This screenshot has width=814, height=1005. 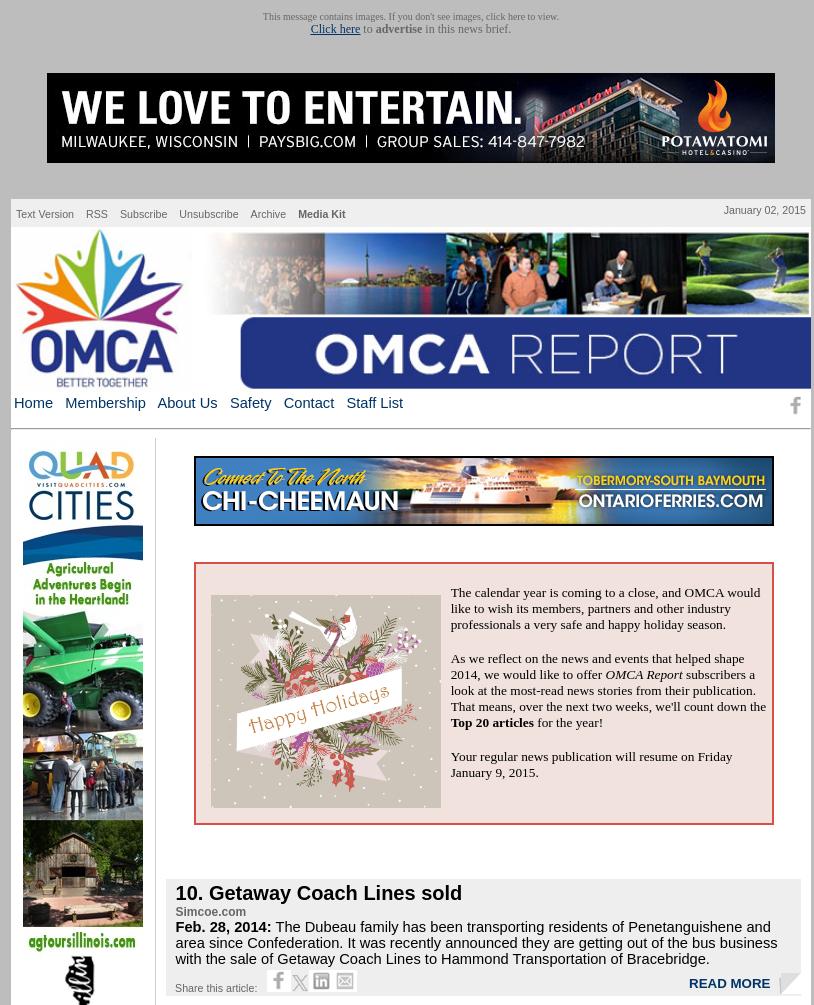 What do you see at coordinates (398, 29) in the screenshot?
I see `'advertise'` at bounding box center [398, 29].